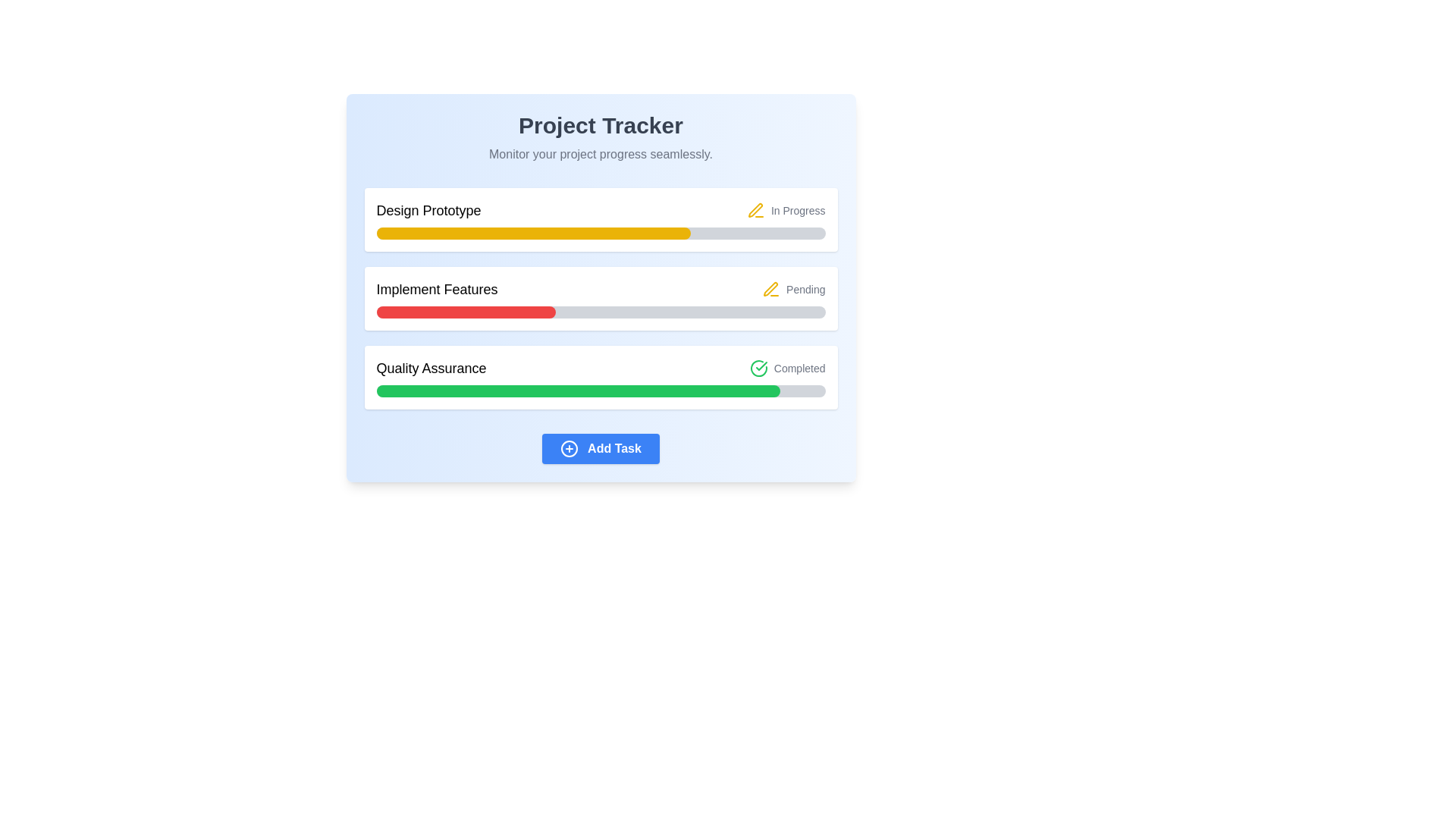 The width and height of the screenshot is (1456, 819). I want to click on the 'Pending' status indicator text, which is styled in gray and has a yellow pen-shaped icon adjacent to it, located to the right of the 'Implement Features' task title in the task list, so click(792, 289).